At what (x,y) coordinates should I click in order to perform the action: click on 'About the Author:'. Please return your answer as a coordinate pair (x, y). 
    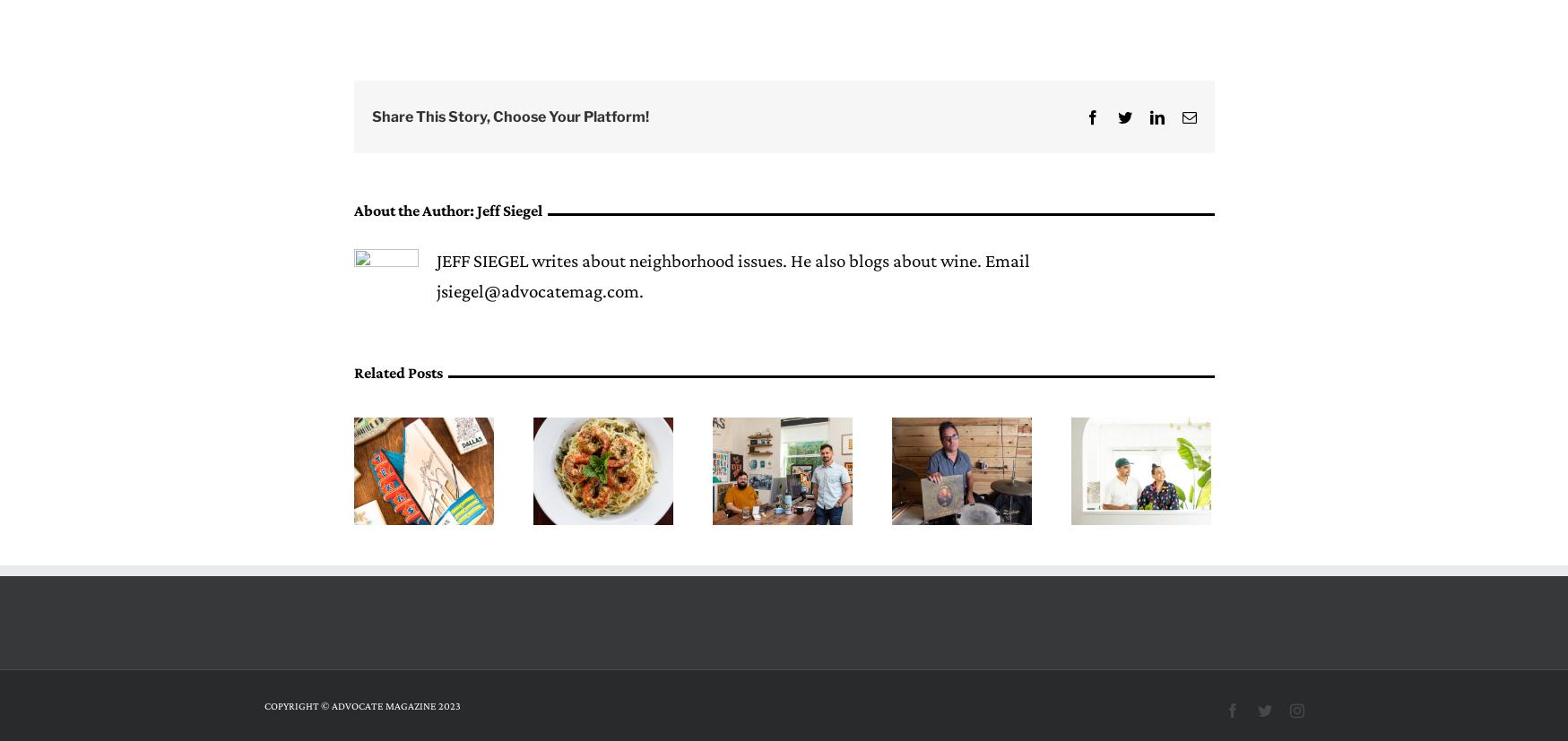
    Looking at the image, I should click on (353, 210).